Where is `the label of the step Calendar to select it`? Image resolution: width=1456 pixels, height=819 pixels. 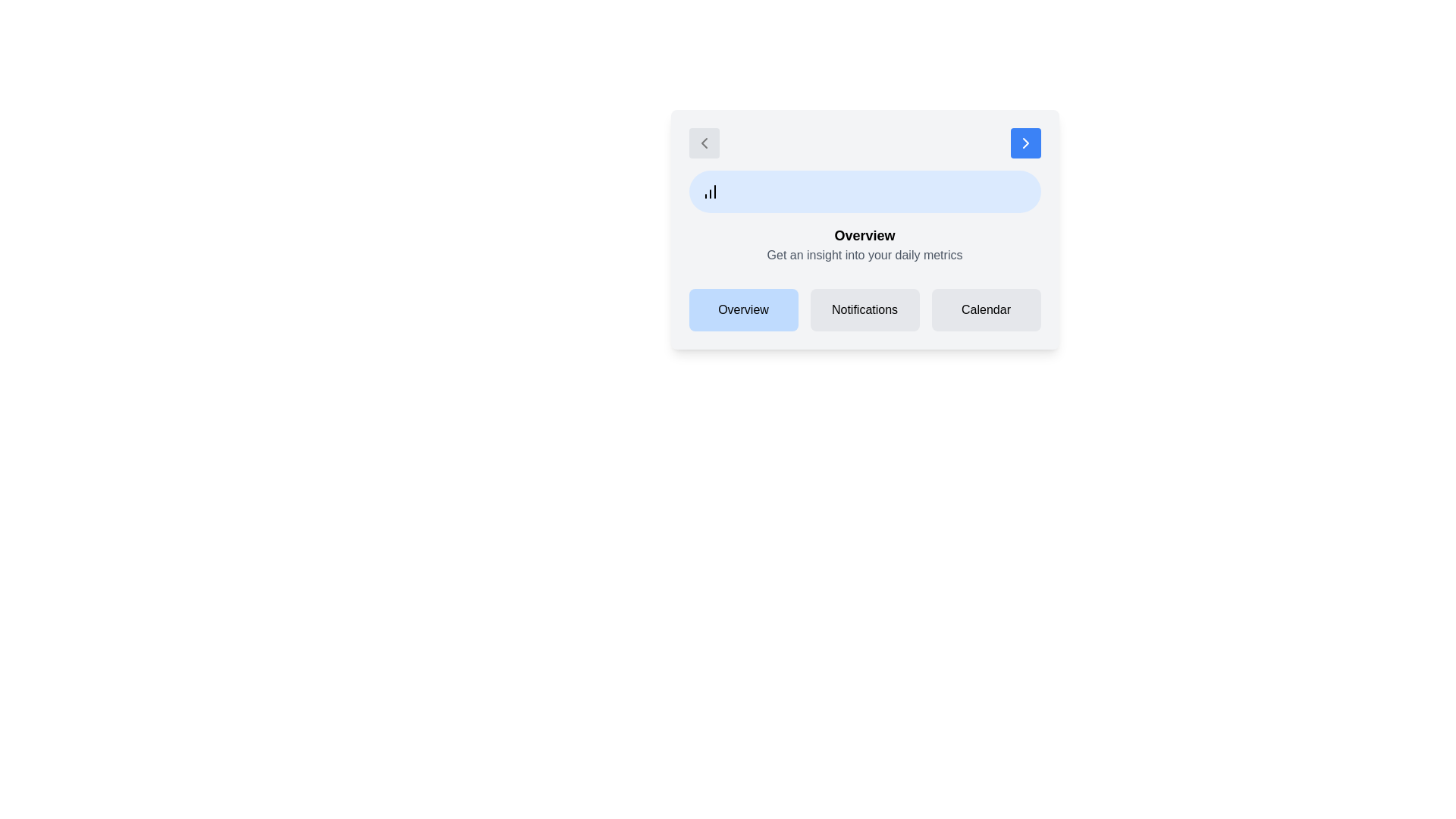
the label of the step Calendar to select it is located at coordinates (986, 309).